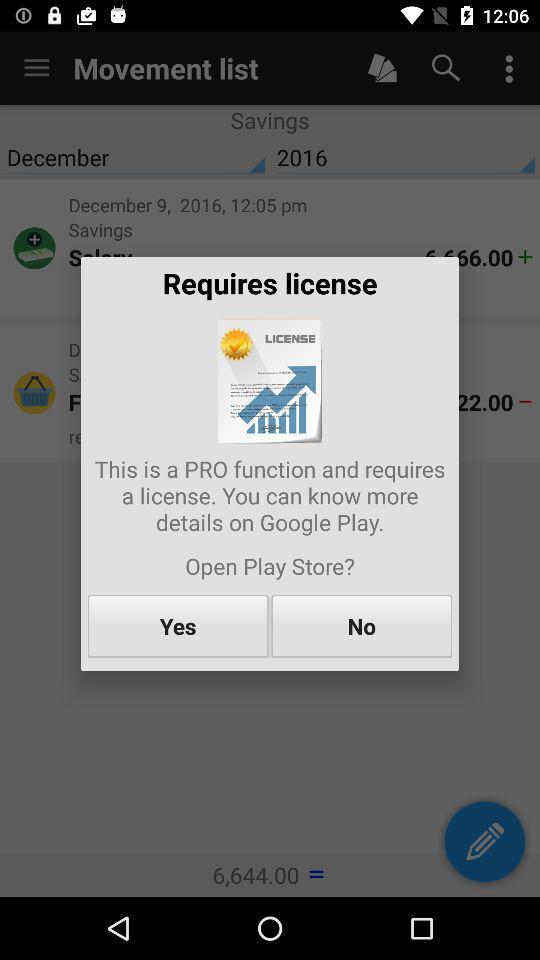  I want to click on the icon below the open play store?, so click(178, 625).